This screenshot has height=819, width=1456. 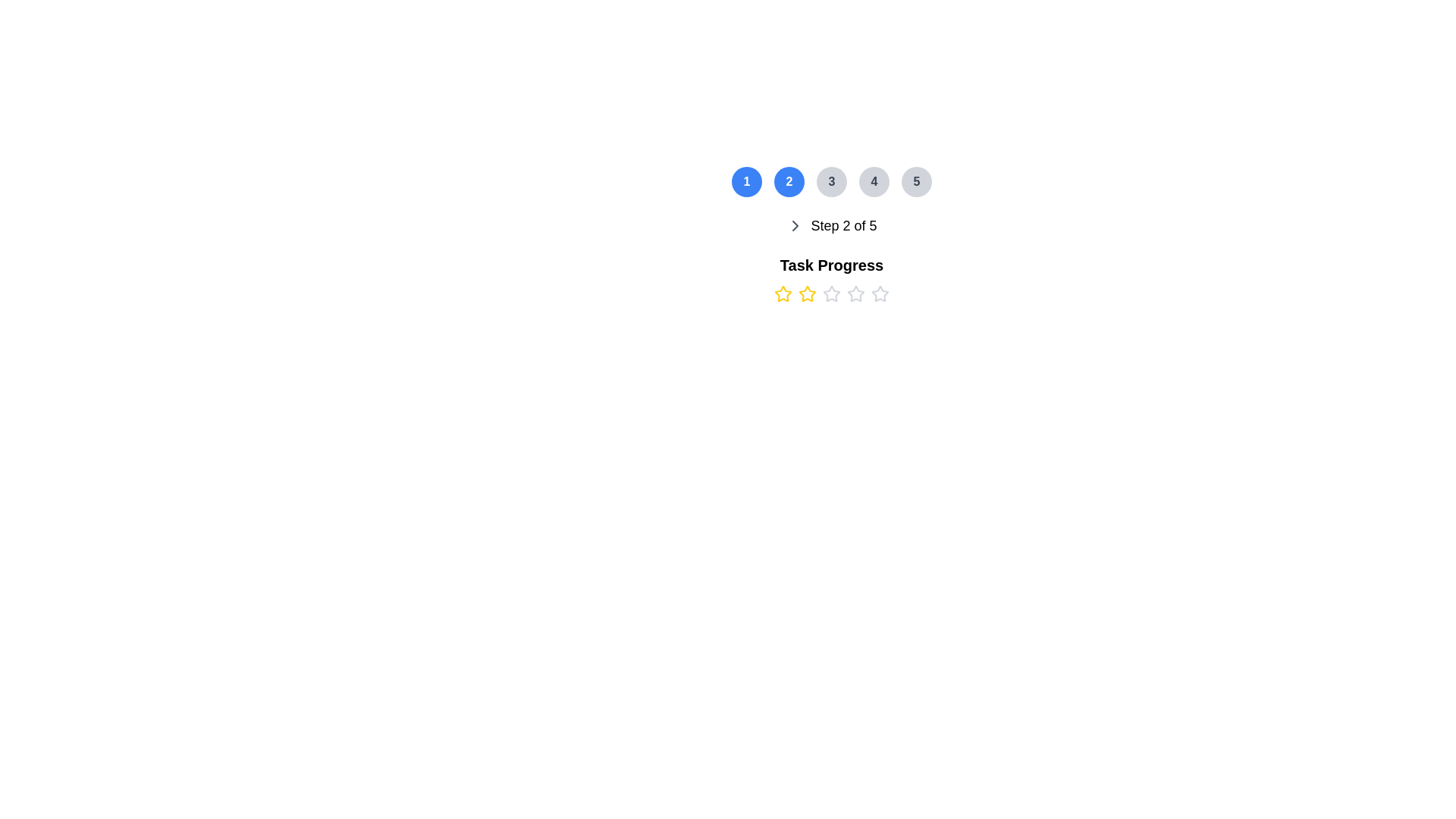 I want to click on the right-facing chevron arrow icon located, so click(x=795, y=225).